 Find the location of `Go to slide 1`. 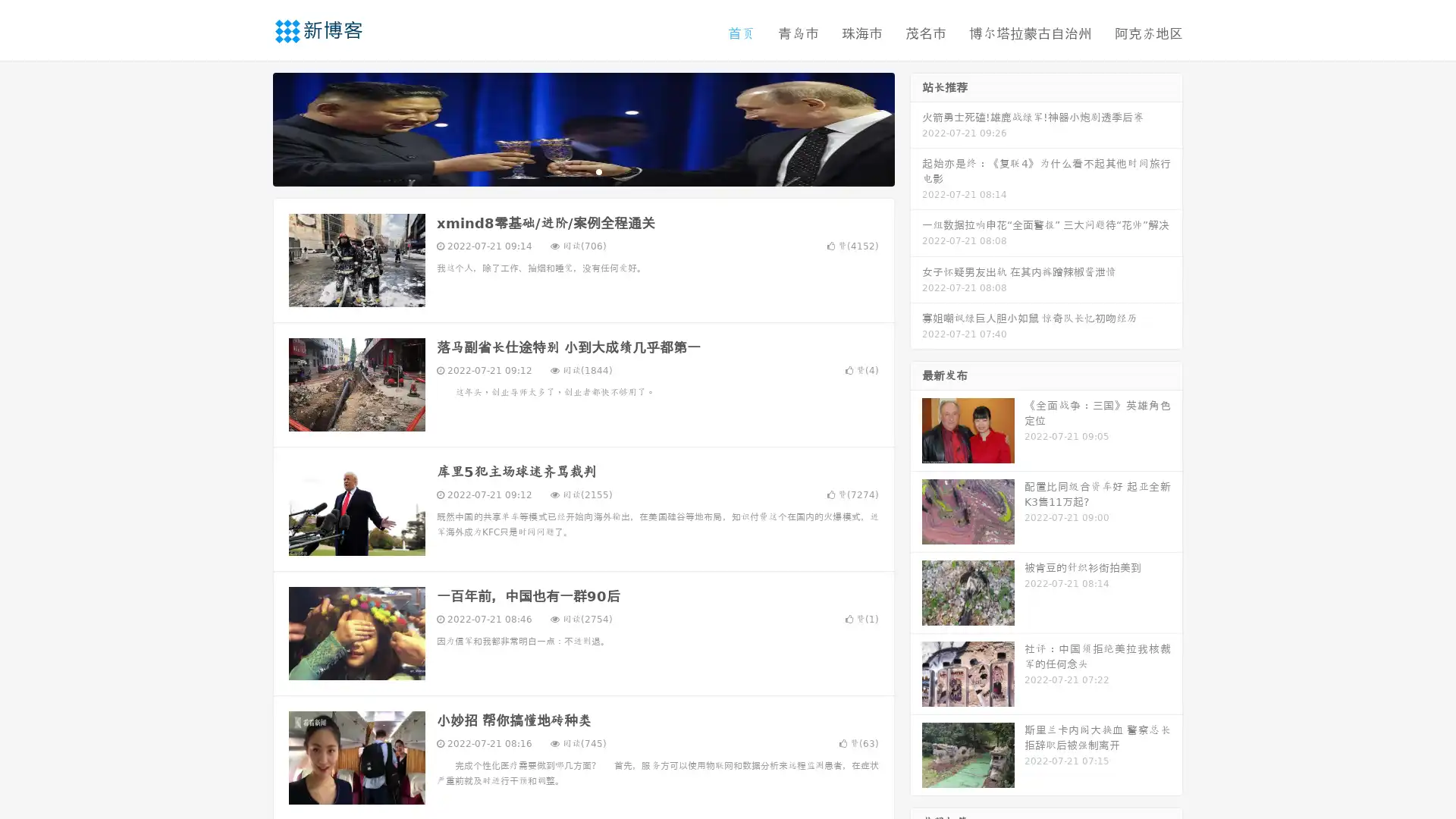

Go to slide 1 is located at coordinates (567, 171).